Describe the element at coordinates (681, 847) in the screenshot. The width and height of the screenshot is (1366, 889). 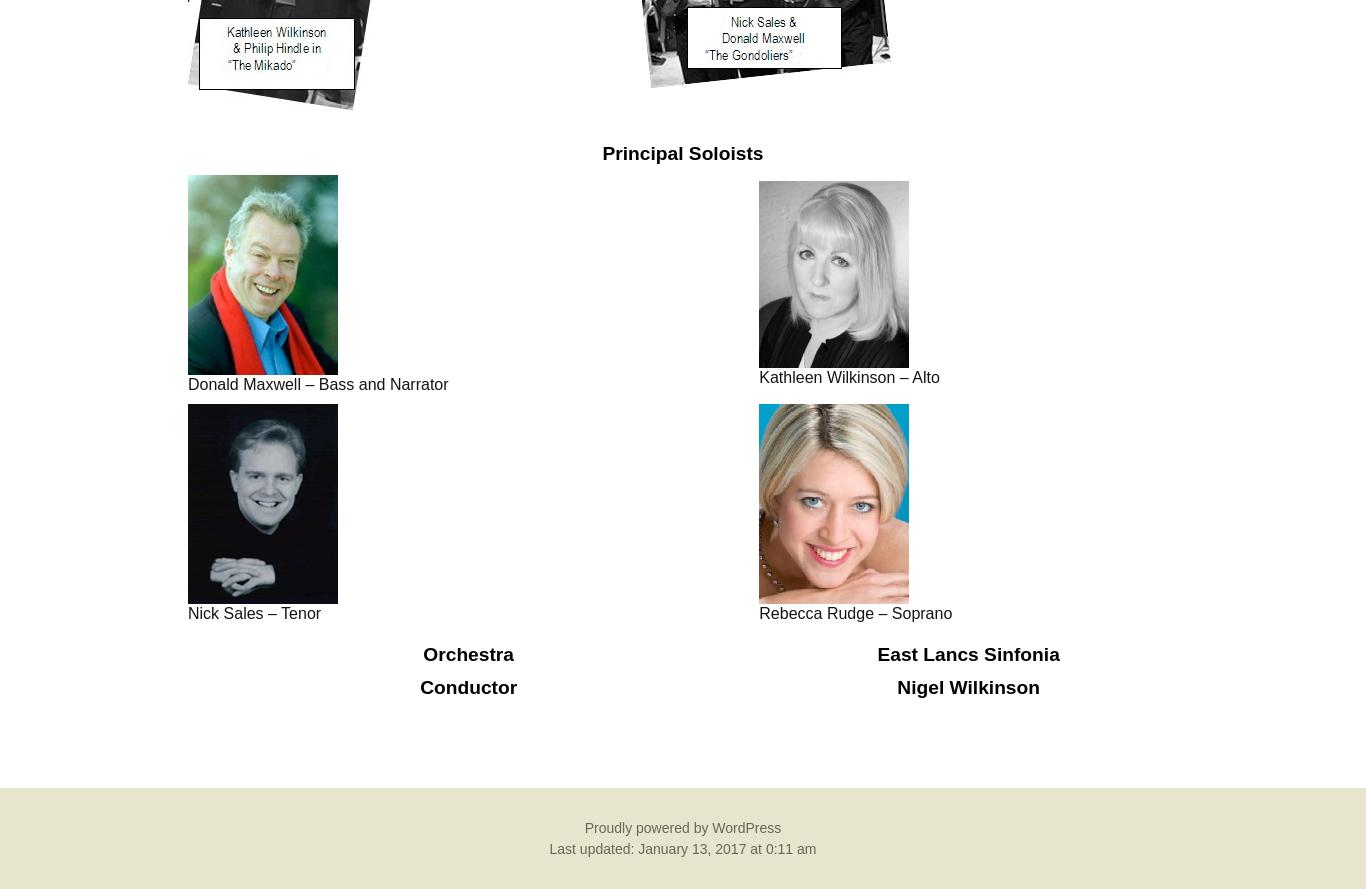
I see `'Last updated: January 13, 2017 at 0:11 am'` at that location.